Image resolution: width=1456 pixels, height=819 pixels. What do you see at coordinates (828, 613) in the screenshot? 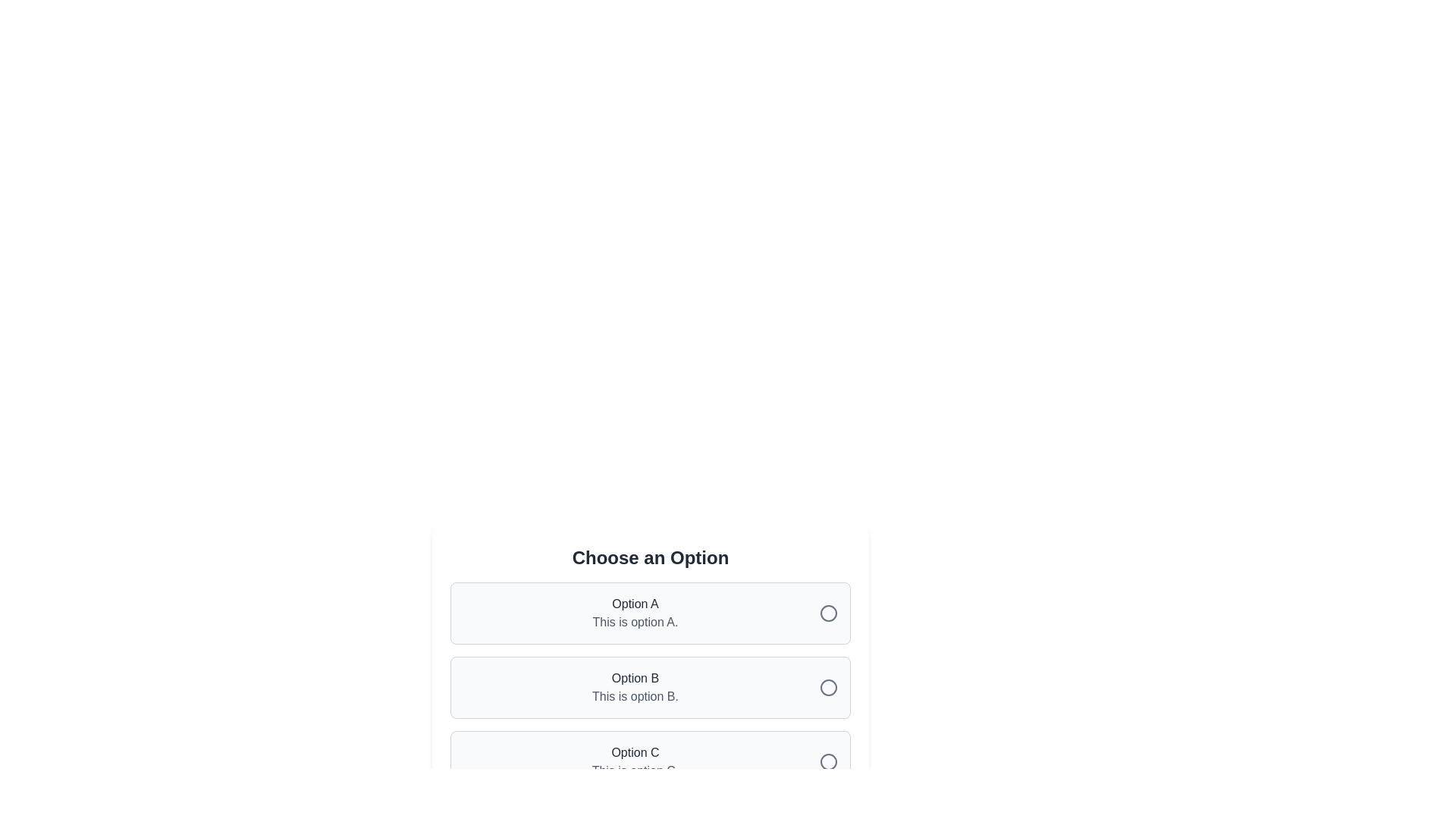
I see `the circular SVG graphic icon located within the 'Option A' panel, which is styled as a hollow circle with a stroke and is part of a clickable UI control` at bounding box center [828, 613].